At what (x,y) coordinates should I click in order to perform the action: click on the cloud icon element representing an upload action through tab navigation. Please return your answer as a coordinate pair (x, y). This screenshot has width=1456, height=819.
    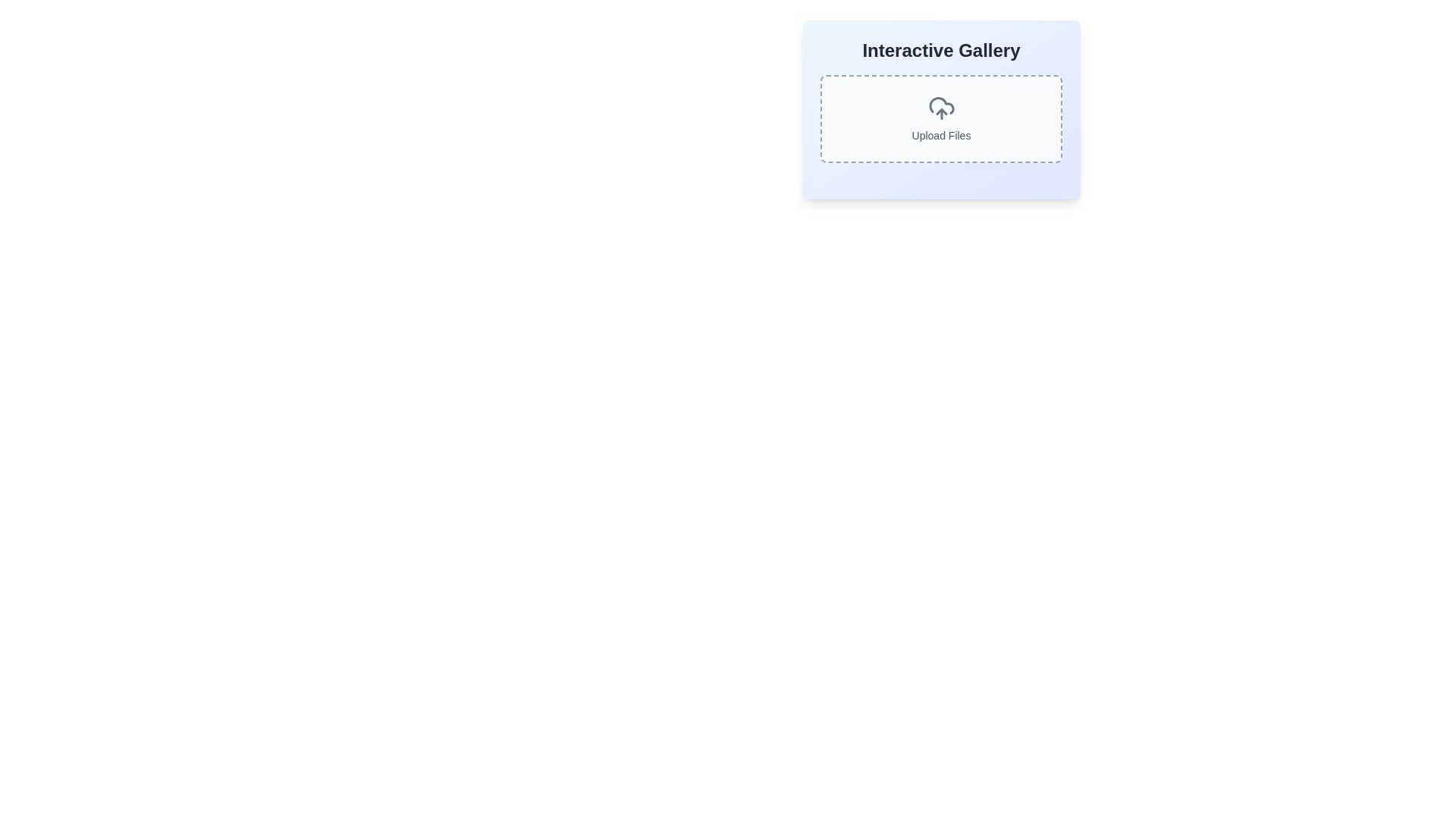
    Looking at the image, I should click on (940, 105).